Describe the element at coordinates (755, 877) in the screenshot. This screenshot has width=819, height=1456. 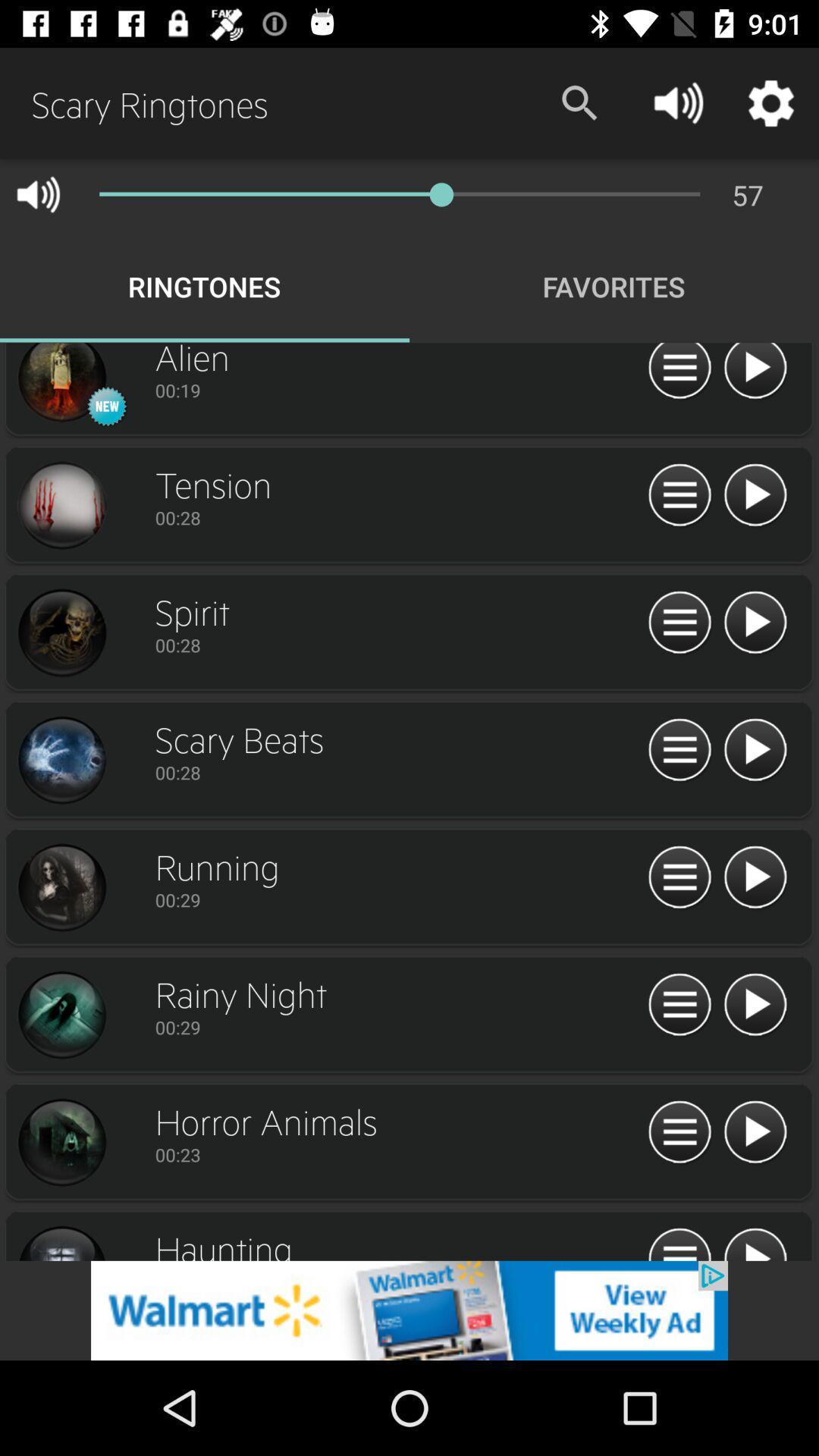
I see `plays the ringtone` at that location.